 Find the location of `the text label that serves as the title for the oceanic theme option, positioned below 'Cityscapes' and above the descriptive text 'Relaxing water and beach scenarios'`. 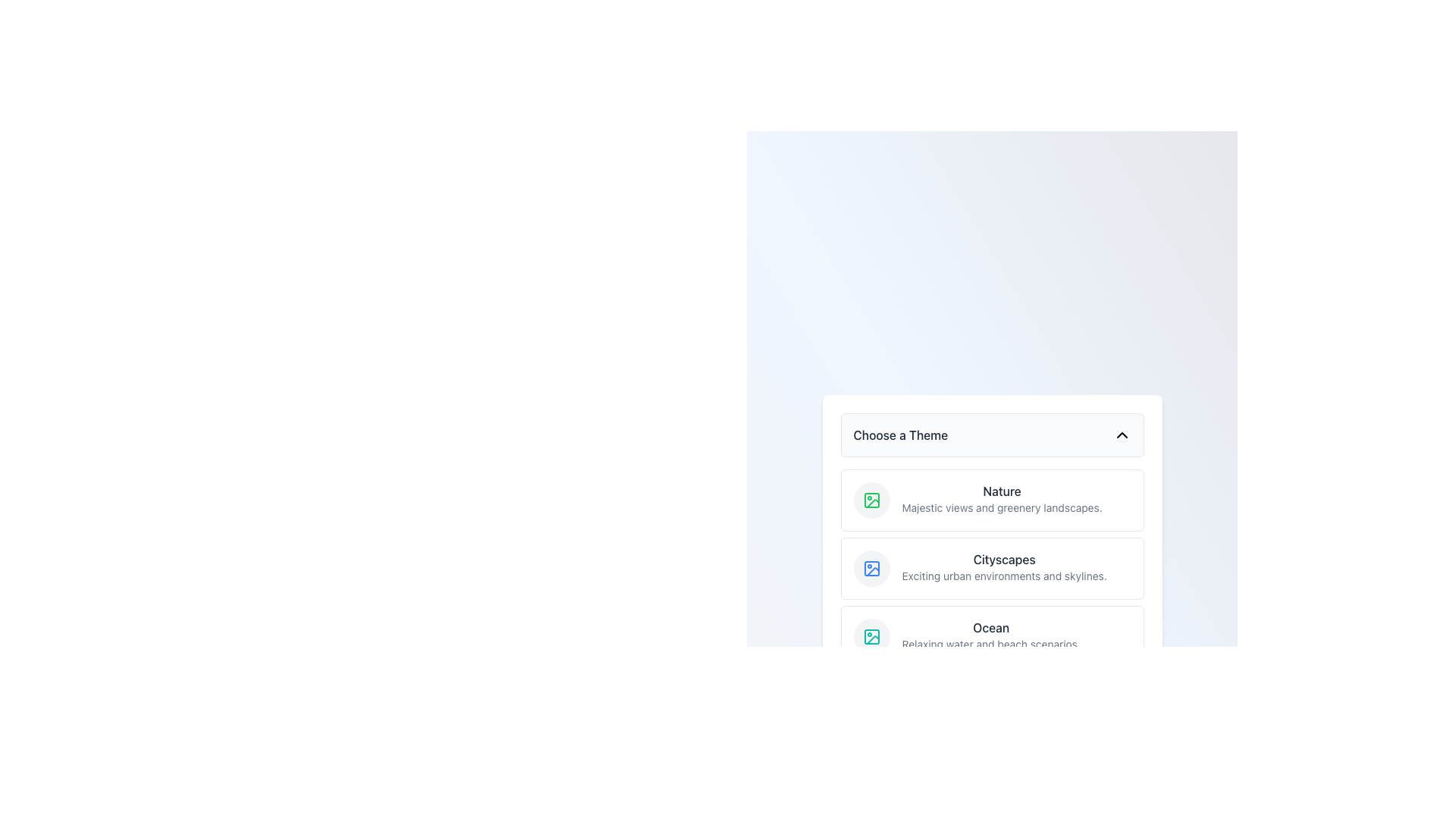

the text label that serves as the title for the oceanic theme option, positioned below 'Cityscapes' and above the descriptive text 'Relaxing water and beach scenarios' is located at coordinates (991, 628).